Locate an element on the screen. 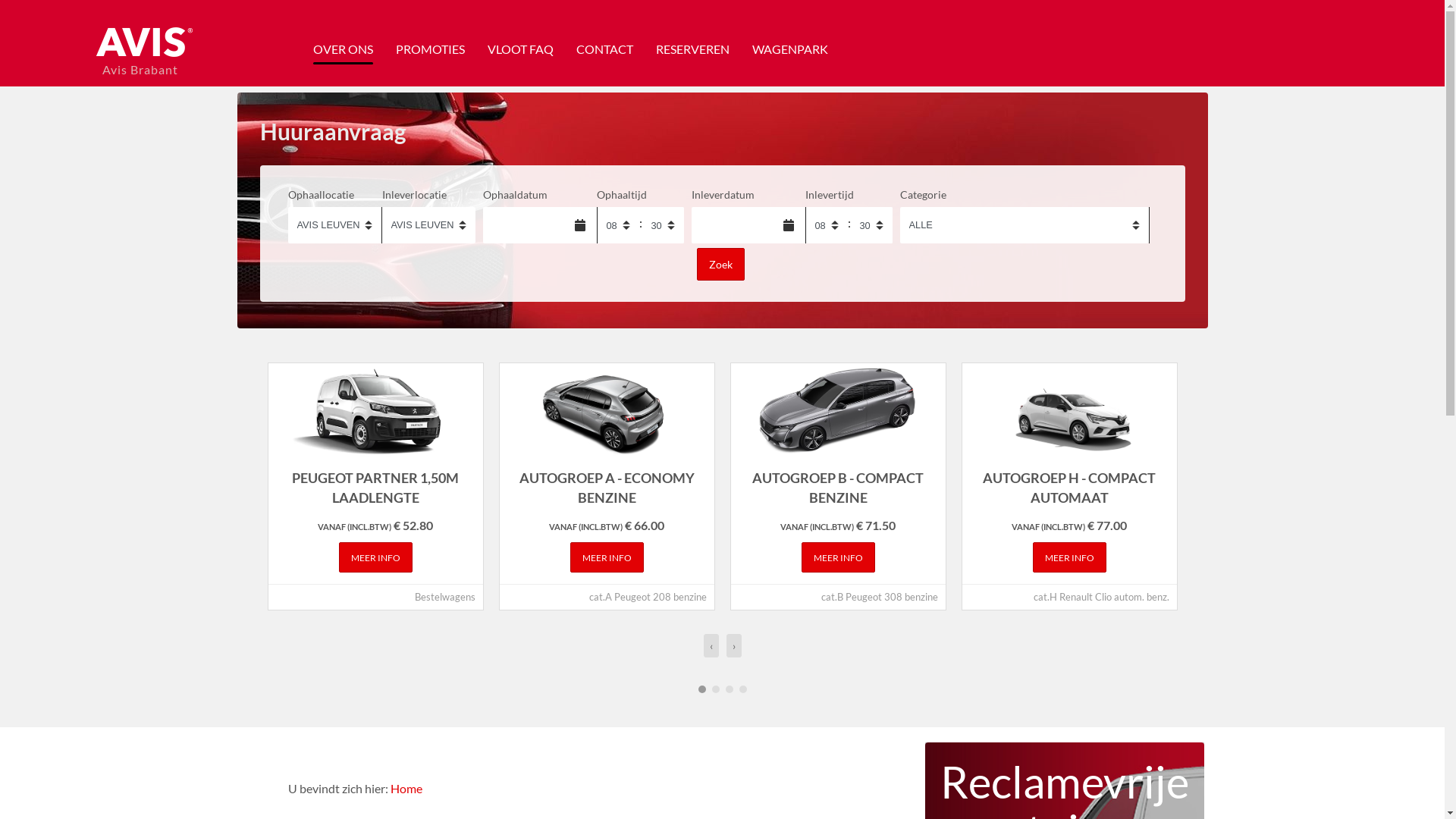 The height and width of the screenshot is (819, 1456). 'MEER INFO' is located at coordinates (607, 557).